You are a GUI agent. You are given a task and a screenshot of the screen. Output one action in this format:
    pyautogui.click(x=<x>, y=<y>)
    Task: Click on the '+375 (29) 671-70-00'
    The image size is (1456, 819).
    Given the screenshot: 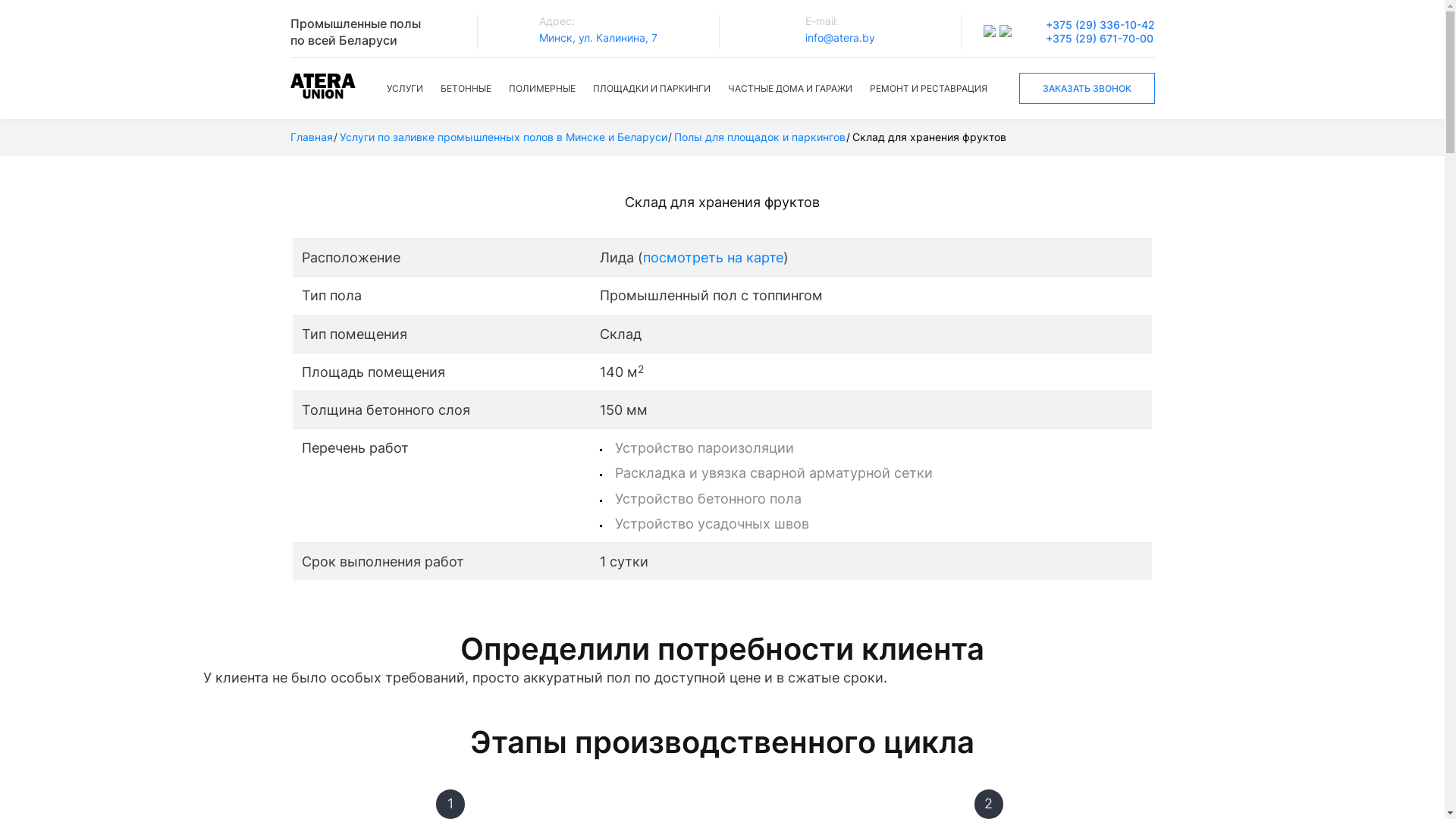 What is the action you would take?
    pyautogui.click(x=1099, y=37)
    